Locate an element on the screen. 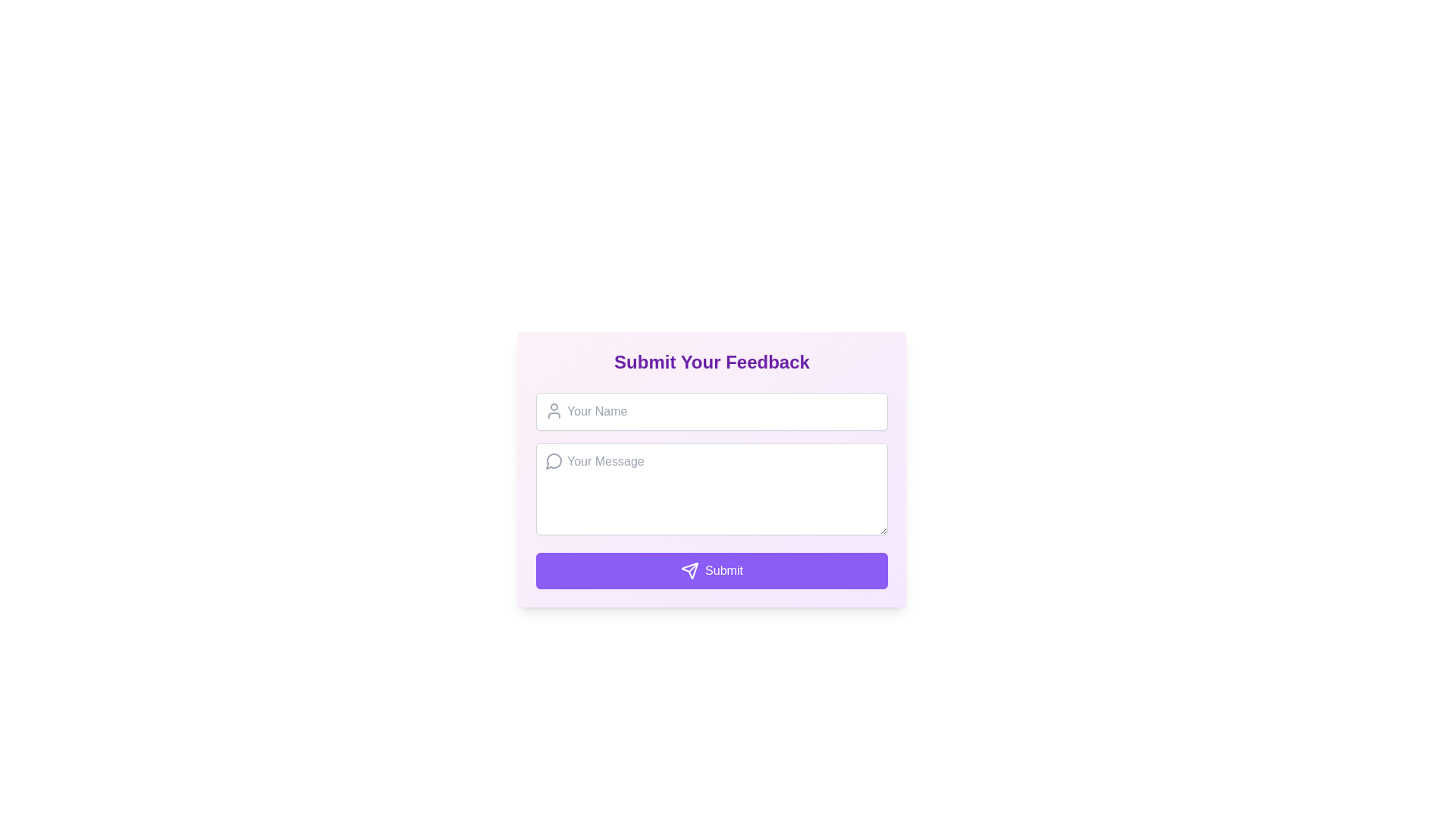 The image size is (1456, 819). the feedback submission icon located inside the purple 'Submit' button at the bottom of the feedback form is located at coordinates (689, 570).